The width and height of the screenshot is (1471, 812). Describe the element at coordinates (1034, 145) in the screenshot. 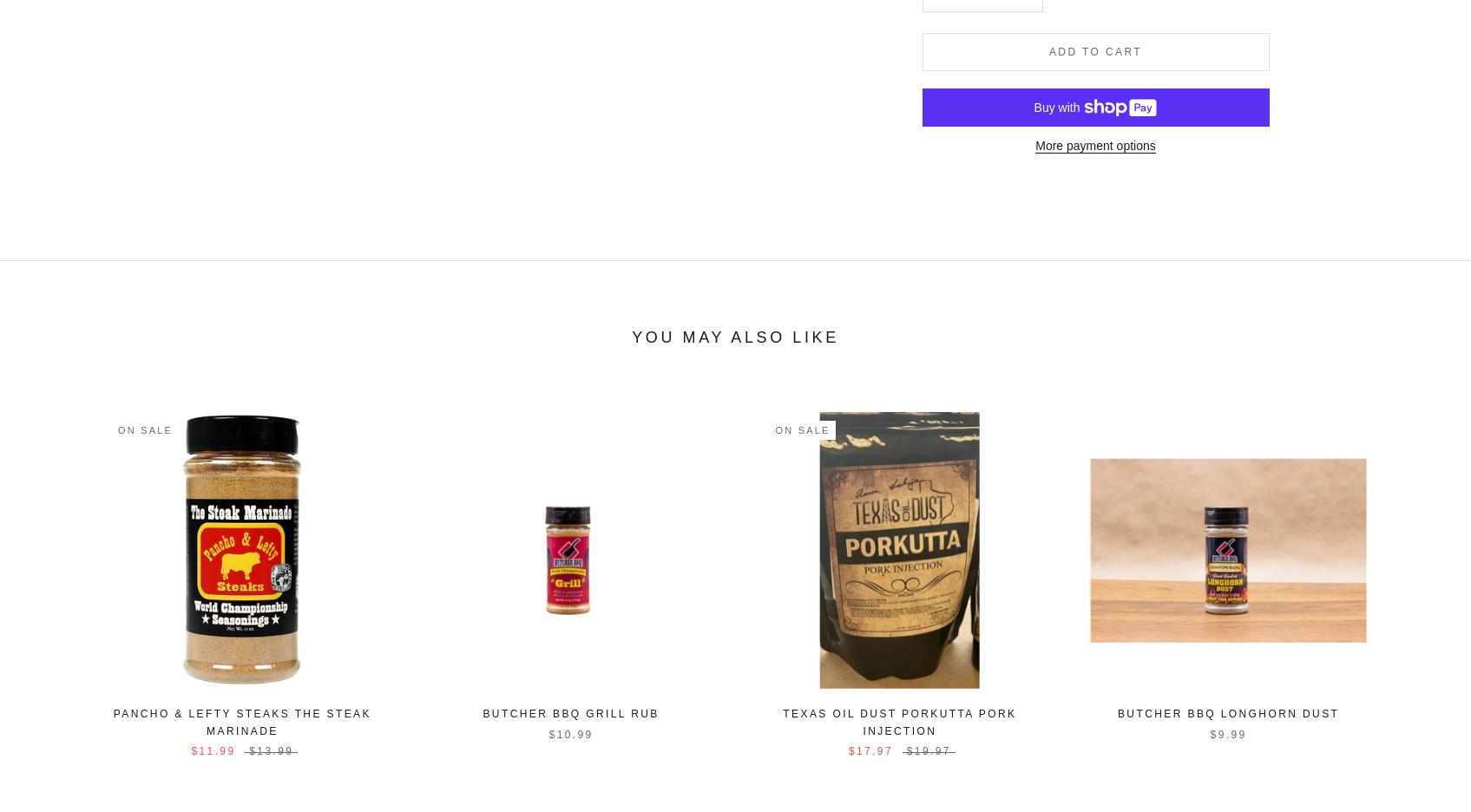

I see `'More payment options'` at that location.